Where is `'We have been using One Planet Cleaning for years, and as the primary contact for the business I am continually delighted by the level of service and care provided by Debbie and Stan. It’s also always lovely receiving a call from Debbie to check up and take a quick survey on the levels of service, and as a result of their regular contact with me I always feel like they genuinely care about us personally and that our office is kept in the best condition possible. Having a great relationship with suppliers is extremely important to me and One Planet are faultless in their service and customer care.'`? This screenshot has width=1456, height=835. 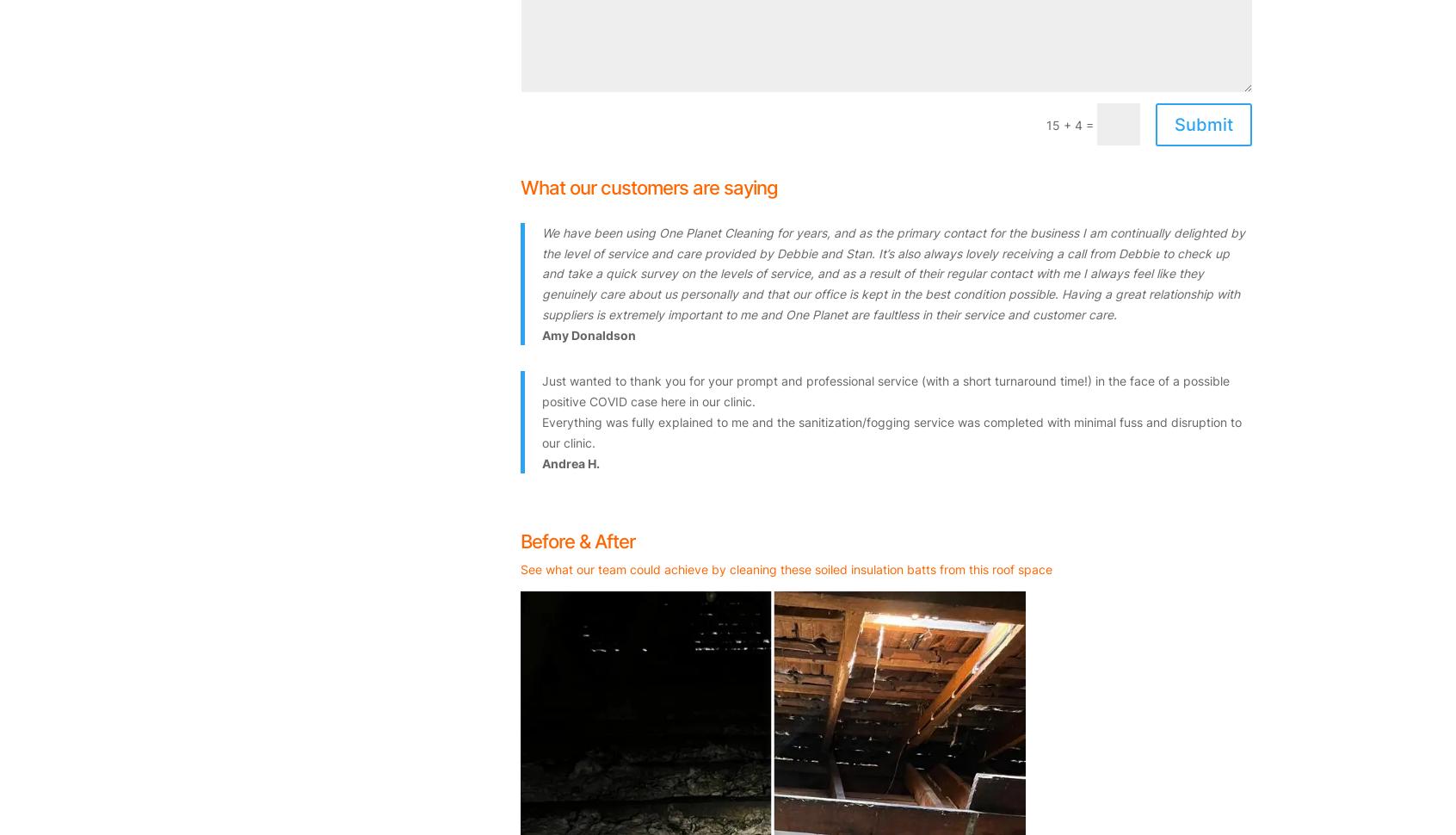 'We have been using One Planet Cleaning for years, and as the primary contact for the business I am continually delighted by the level of service and care provided by Debbie and Stan. It’s also always lovely receiving a call from Debbie to check up and take a quick survey on the levels of service, and as a result of their regular contact with me I always feel like they genuinely care about us personally and that our office is kept in the best condition possible. Having a great relationship with suppliers is extremely important to me and One Planet are faultless in their service and customer care.' is located at coordinates (892, 272).